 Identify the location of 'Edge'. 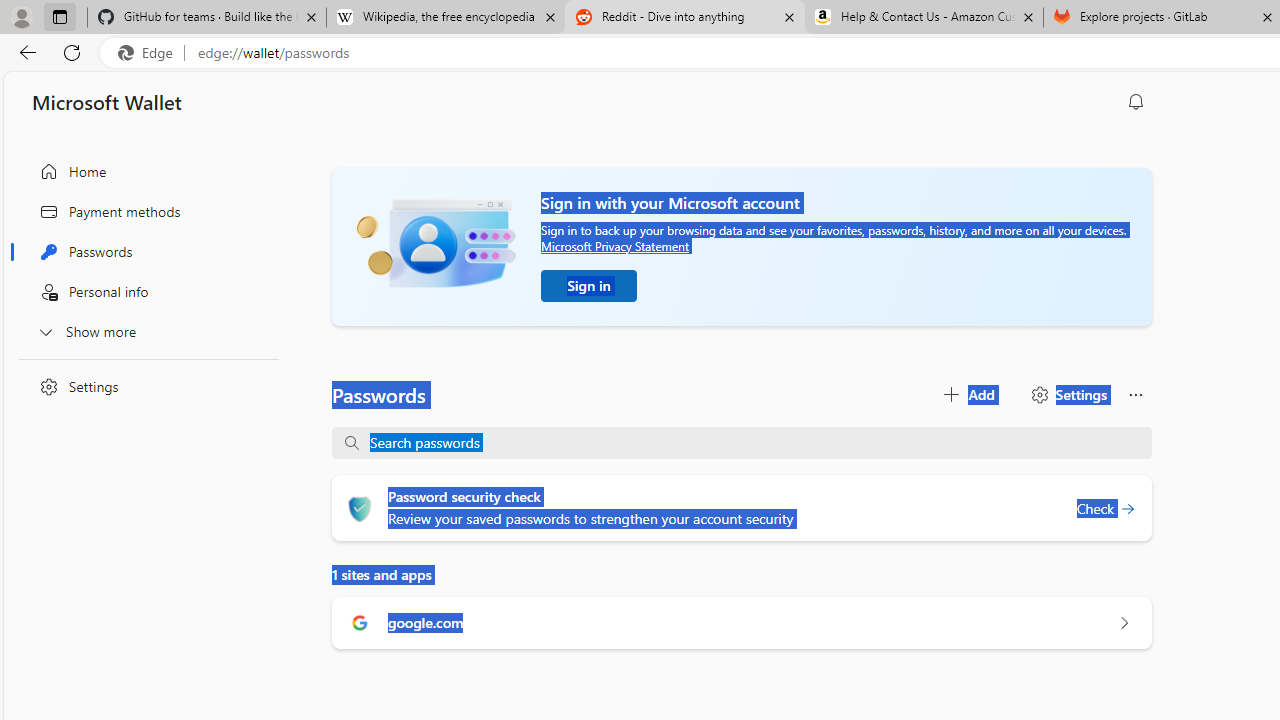
(149, 52).